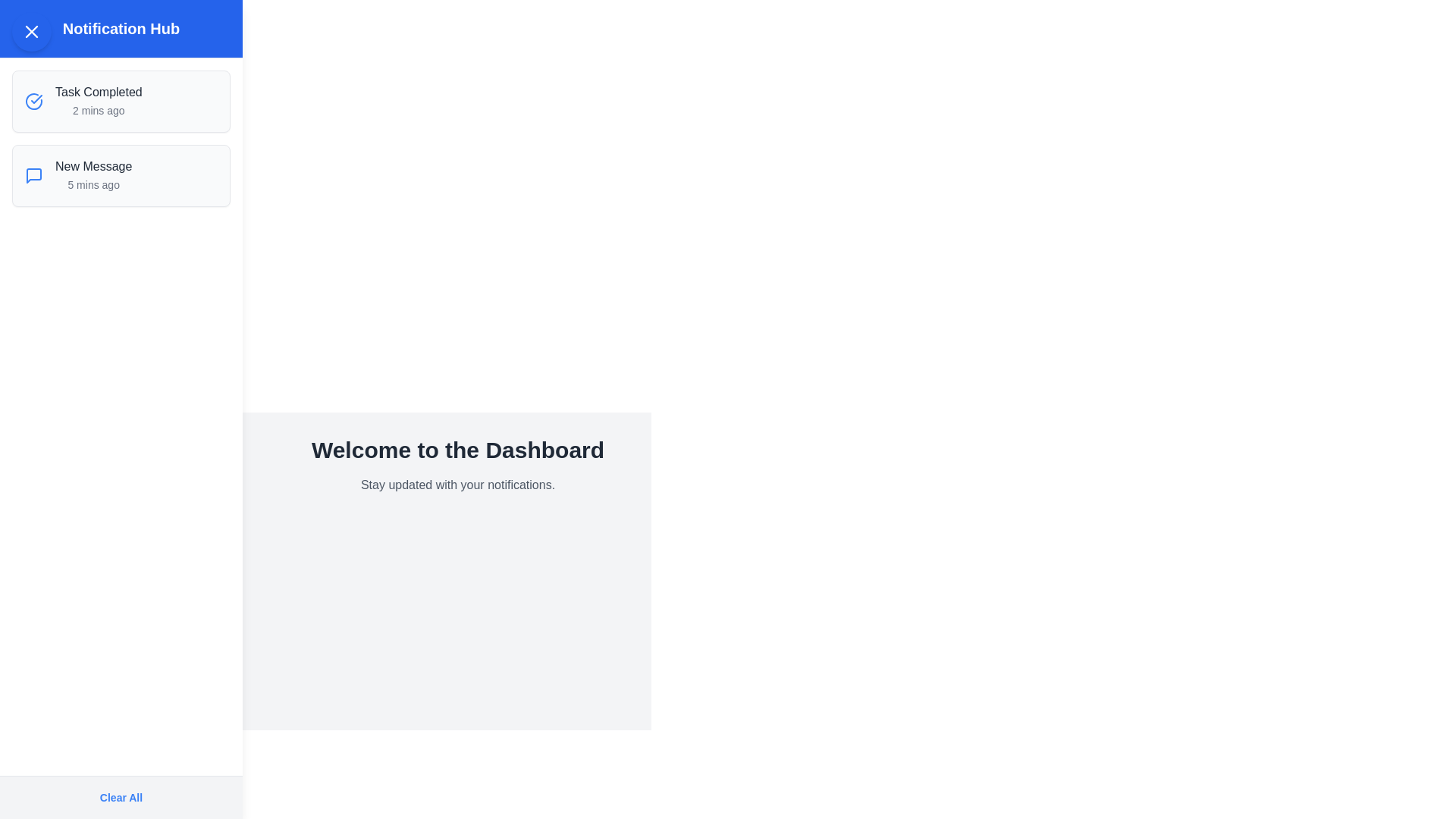 This screenshot has height=819, width=1456. Describe the element at coordinates (32, 32) in the screenshot. I see `the Close button located in the top-left corner of the blue header of the 'Notification Hub'` at that location.